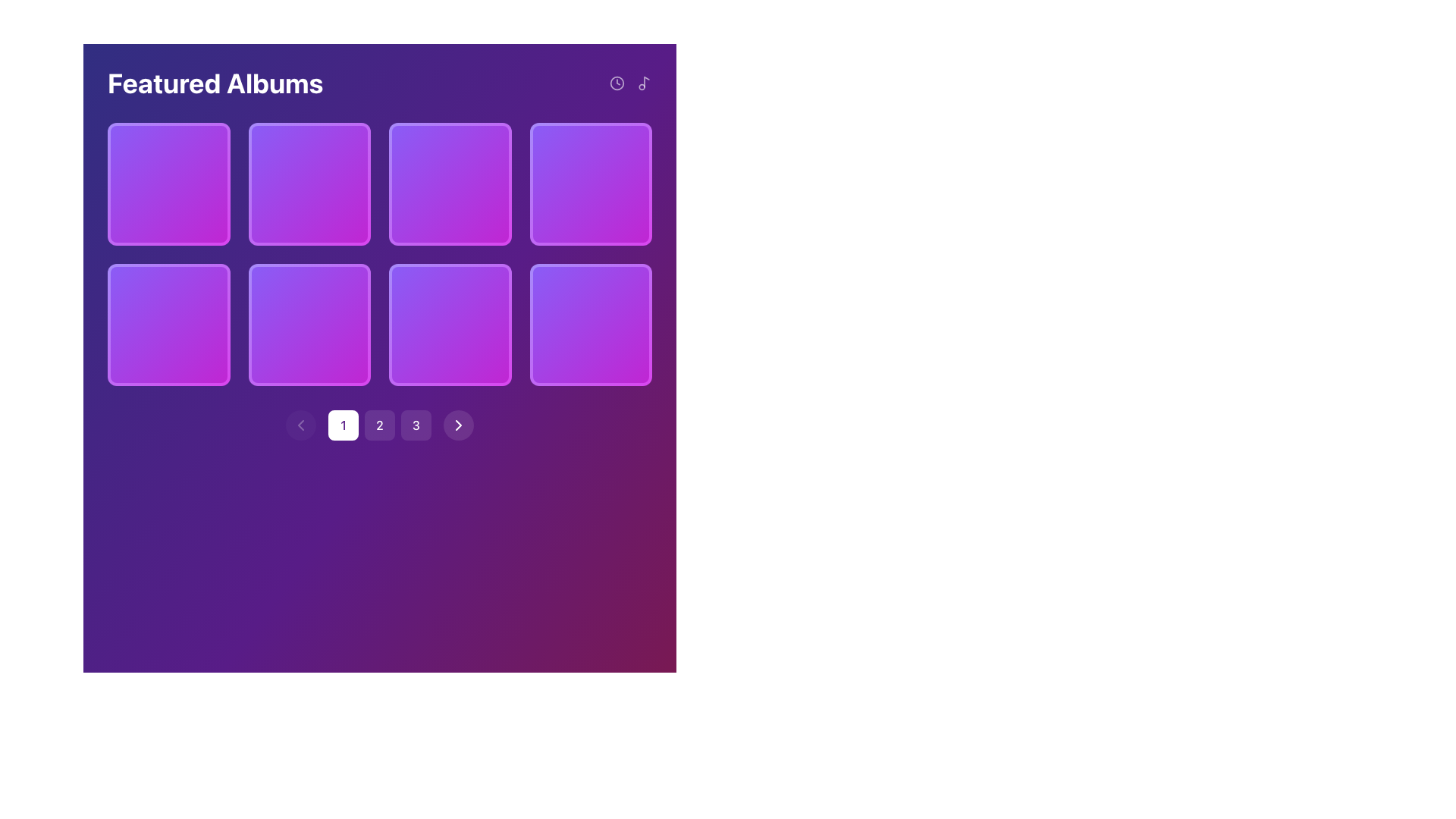 Image resolution: width=1456 pixels, height=819 pixels. I want to click on the compact clock icon located at the top-right area of the application interface, which features a minimalistic circular outline with clock hands inside, so click(617, 83).